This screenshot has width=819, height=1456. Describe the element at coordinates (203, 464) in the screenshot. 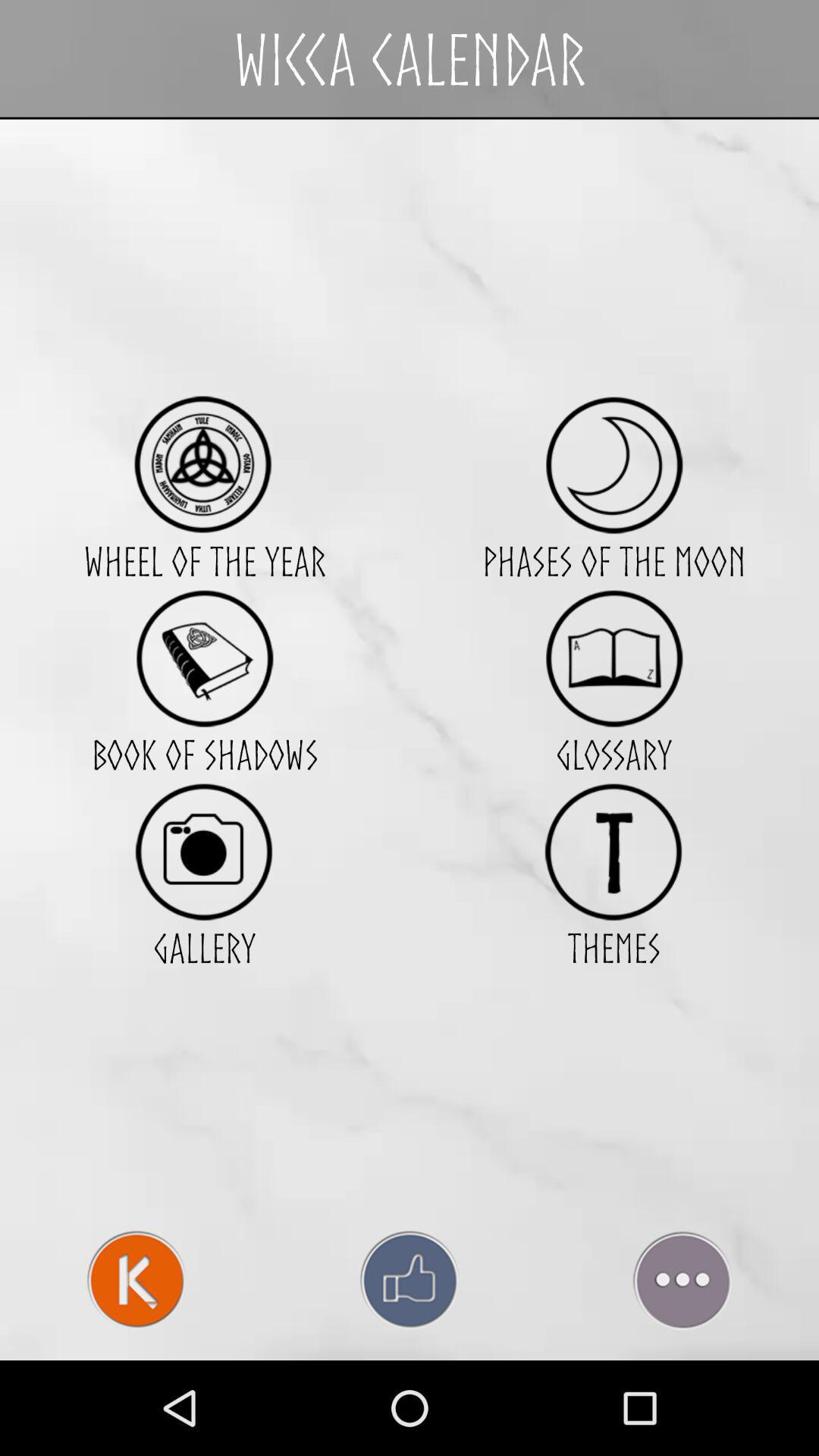

I see `the app next to phases of the icon` at that location.